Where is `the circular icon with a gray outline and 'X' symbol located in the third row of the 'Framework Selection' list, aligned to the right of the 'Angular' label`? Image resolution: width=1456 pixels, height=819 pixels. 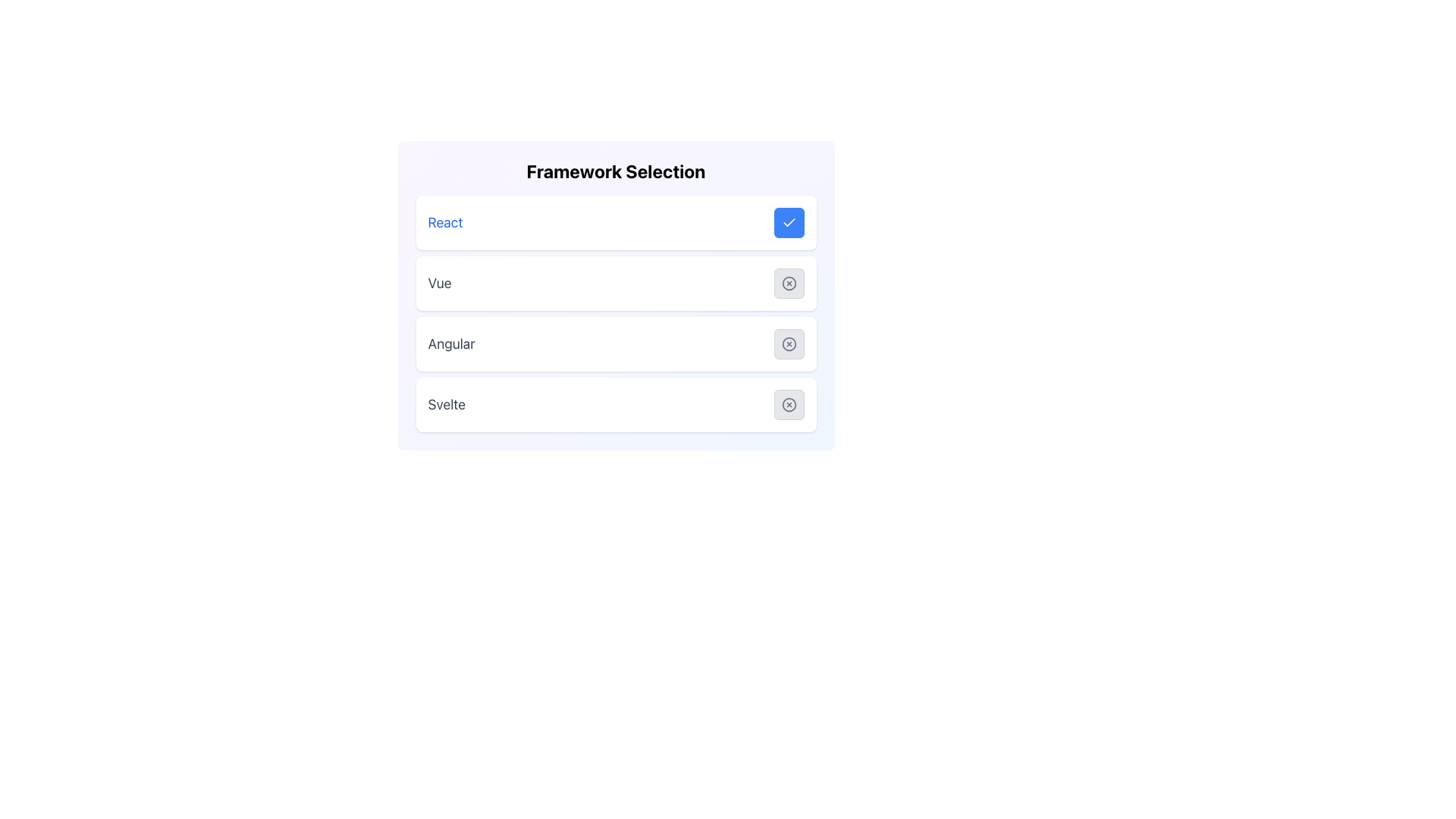
the circular icon with a gray outline and 'X' symbol located in the third row of the 'Framework Selection' list, aligned to the right of the 'Angular' label is located at coordinates (789, 344).